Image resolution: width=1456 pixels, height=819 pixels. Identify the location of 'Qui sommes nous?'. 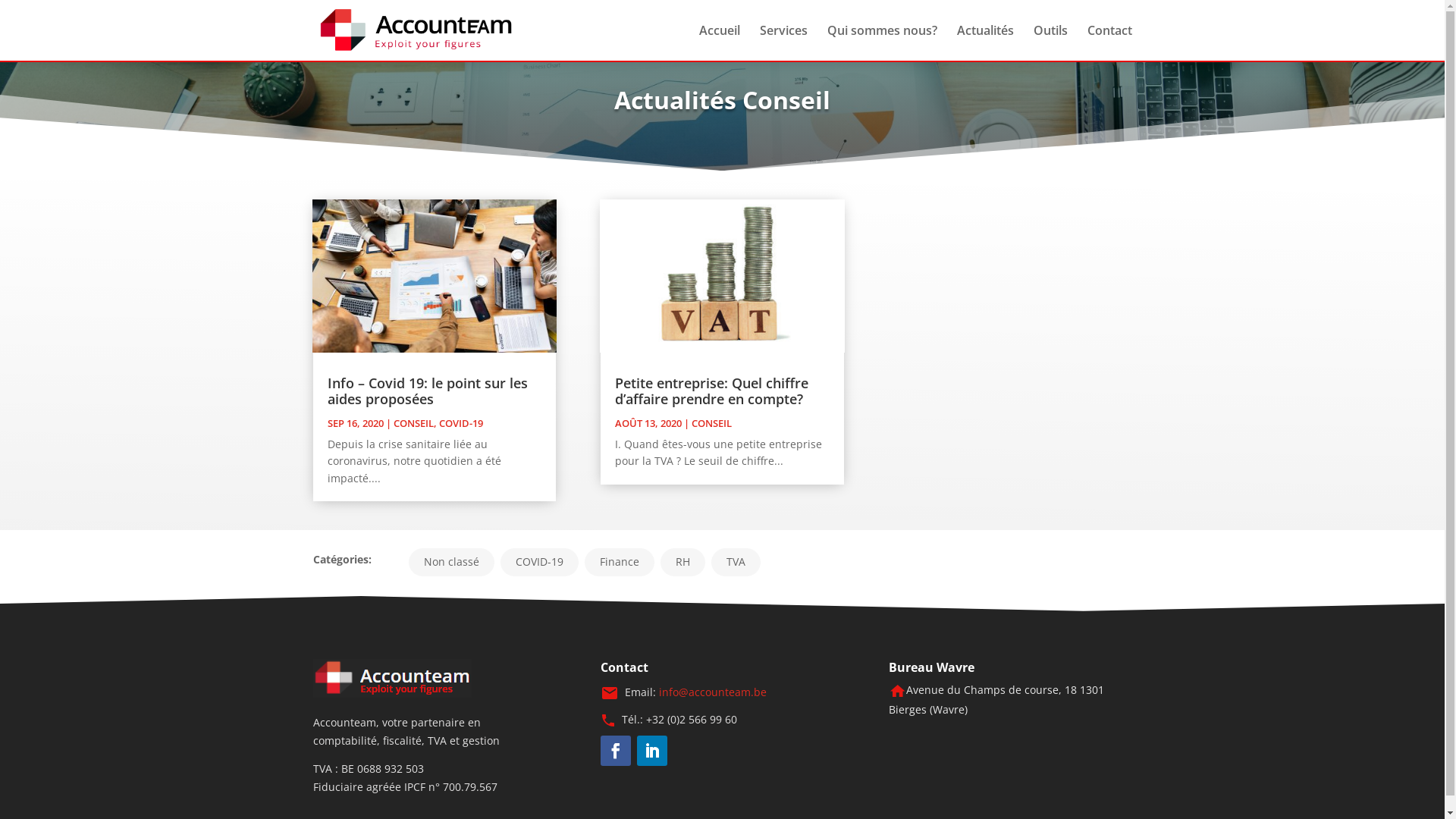
(881, 42).